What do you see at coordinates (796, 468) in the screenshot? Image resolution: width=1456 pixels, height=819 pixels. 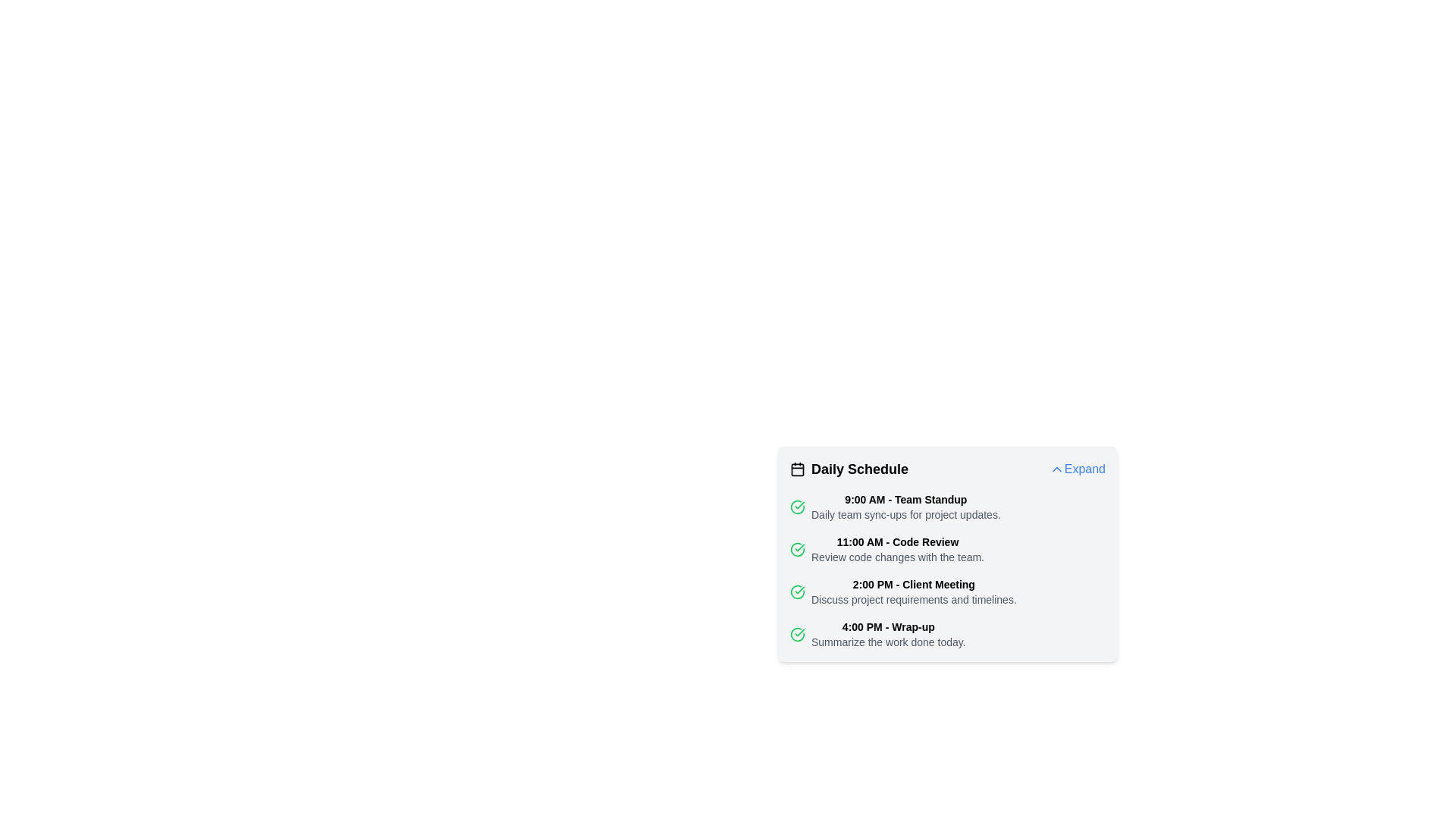 I see `the calendar icon located to the left of the 'Daily Schedule' text` at bounding box center [796, 468].